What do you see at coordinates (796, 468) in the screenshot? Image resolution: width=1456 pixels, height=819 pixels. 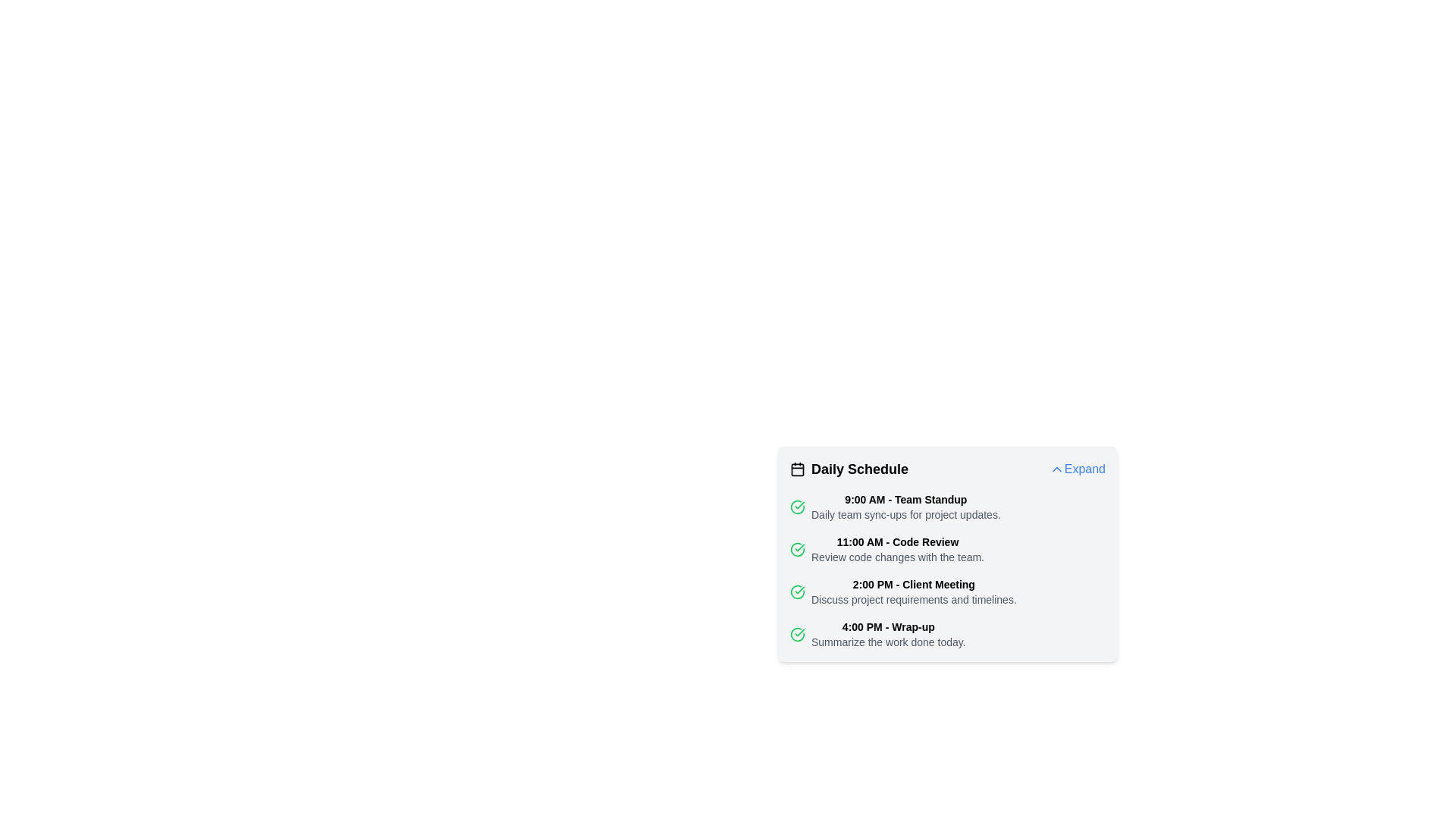 I see `the calendar icon located to the left of the 'Daily Schedule' text` at bounding box center [796, 468].